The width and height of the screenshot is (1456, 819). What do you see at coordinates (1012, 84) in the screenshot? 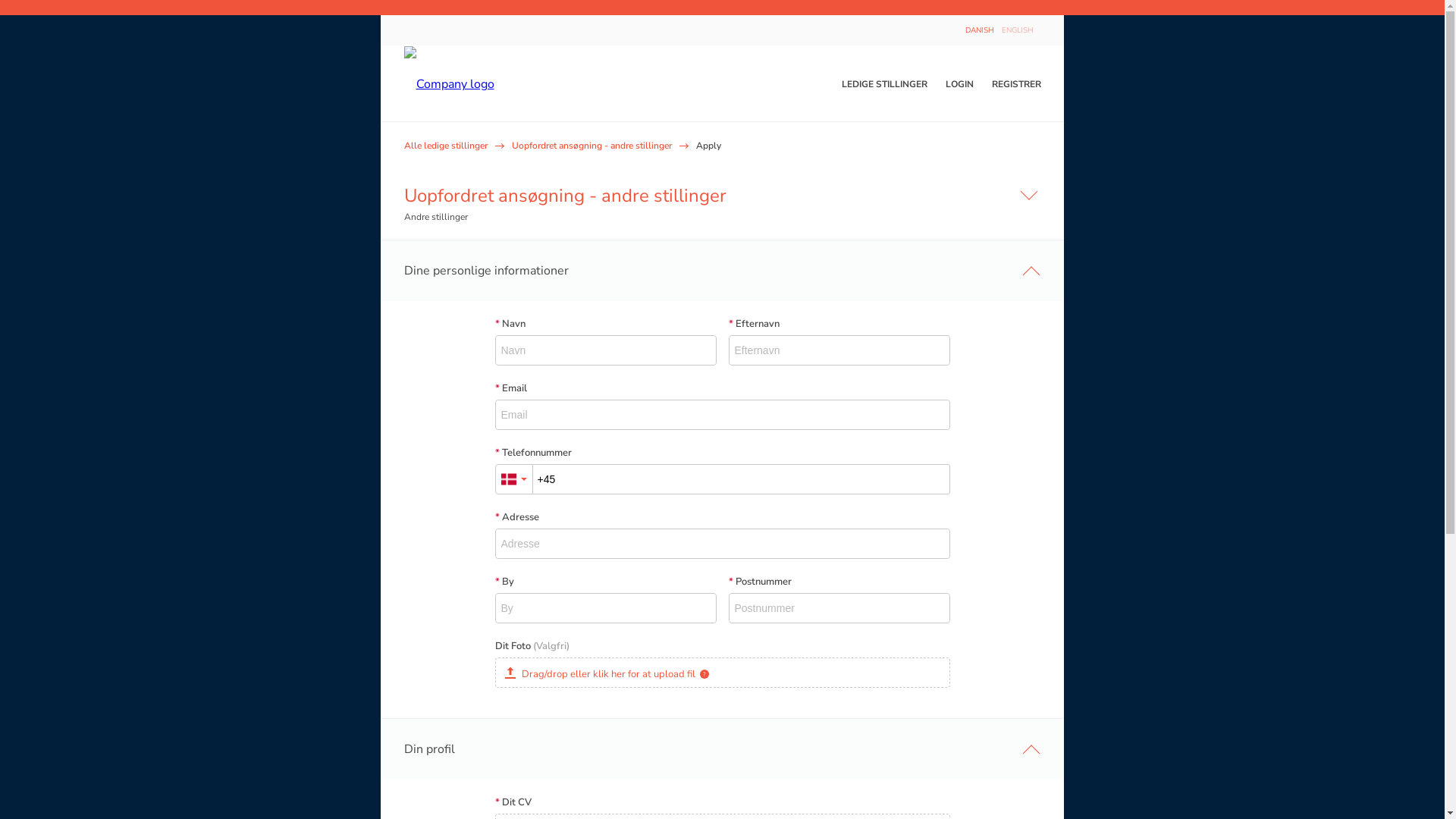
I see `'REGISTRER'` at bounding box center [1012, 84].